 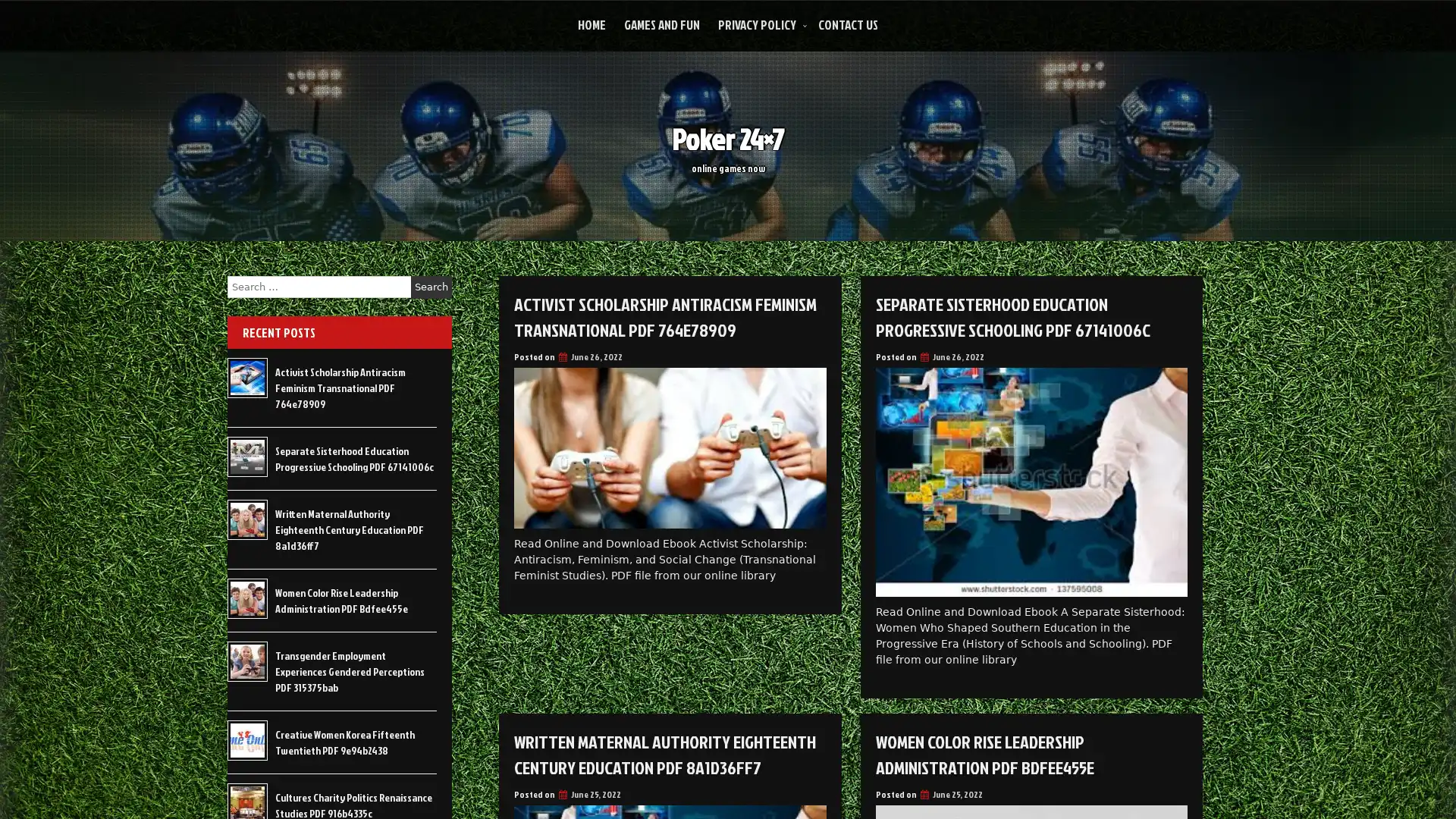 What do you see at coordinates (431, 287) in the screenshot?
I see `Search` at bounding box center [431, 287].